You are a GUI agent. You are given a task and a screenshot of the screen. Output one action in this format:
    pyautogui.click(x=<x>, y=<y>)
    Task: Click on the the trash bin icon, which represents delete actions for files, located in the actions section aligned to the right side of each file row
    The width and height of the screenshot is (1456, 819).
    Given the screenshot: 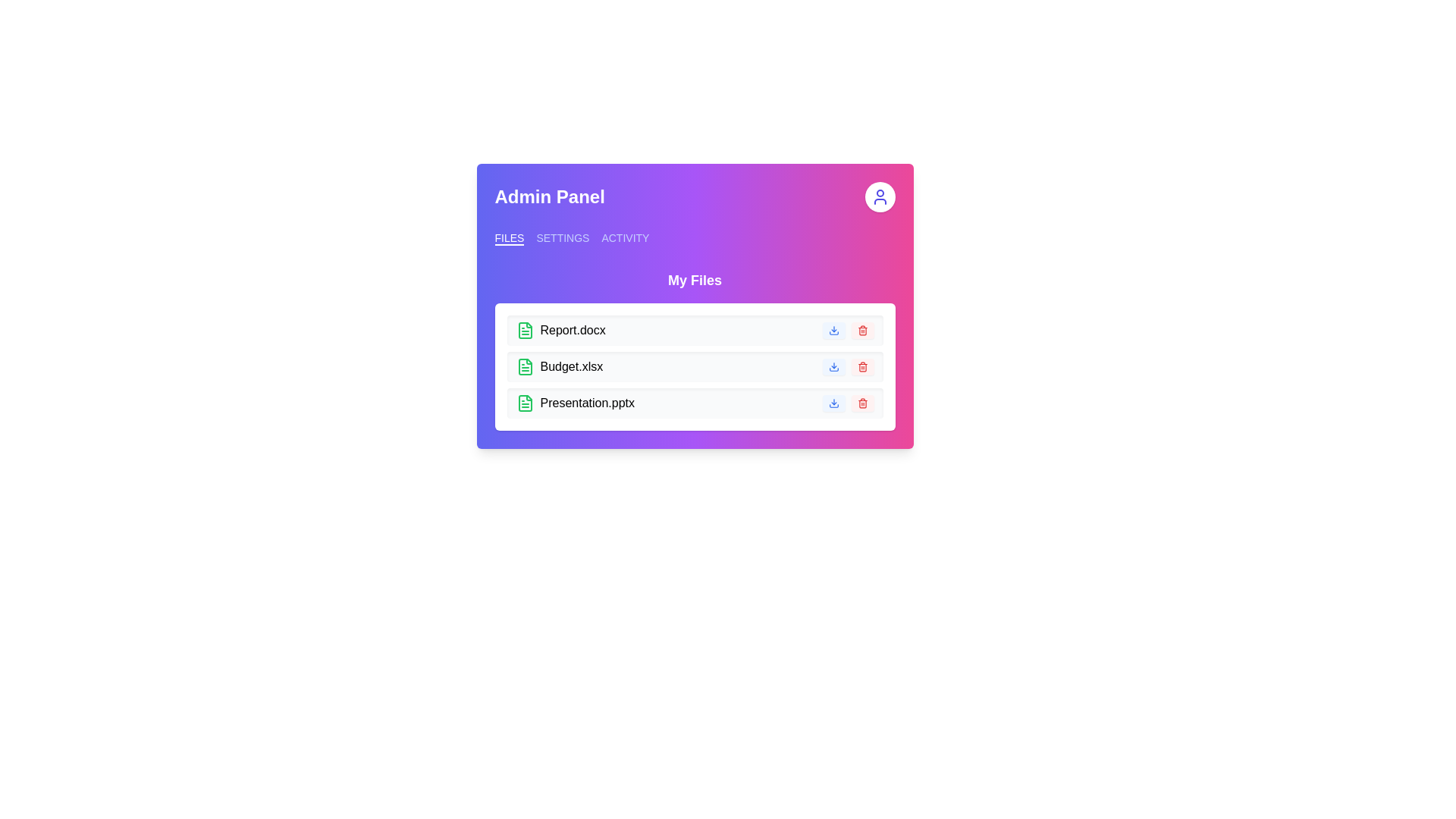 What is the action you would take?
    pyautogui.click(x=862, y=368)
    